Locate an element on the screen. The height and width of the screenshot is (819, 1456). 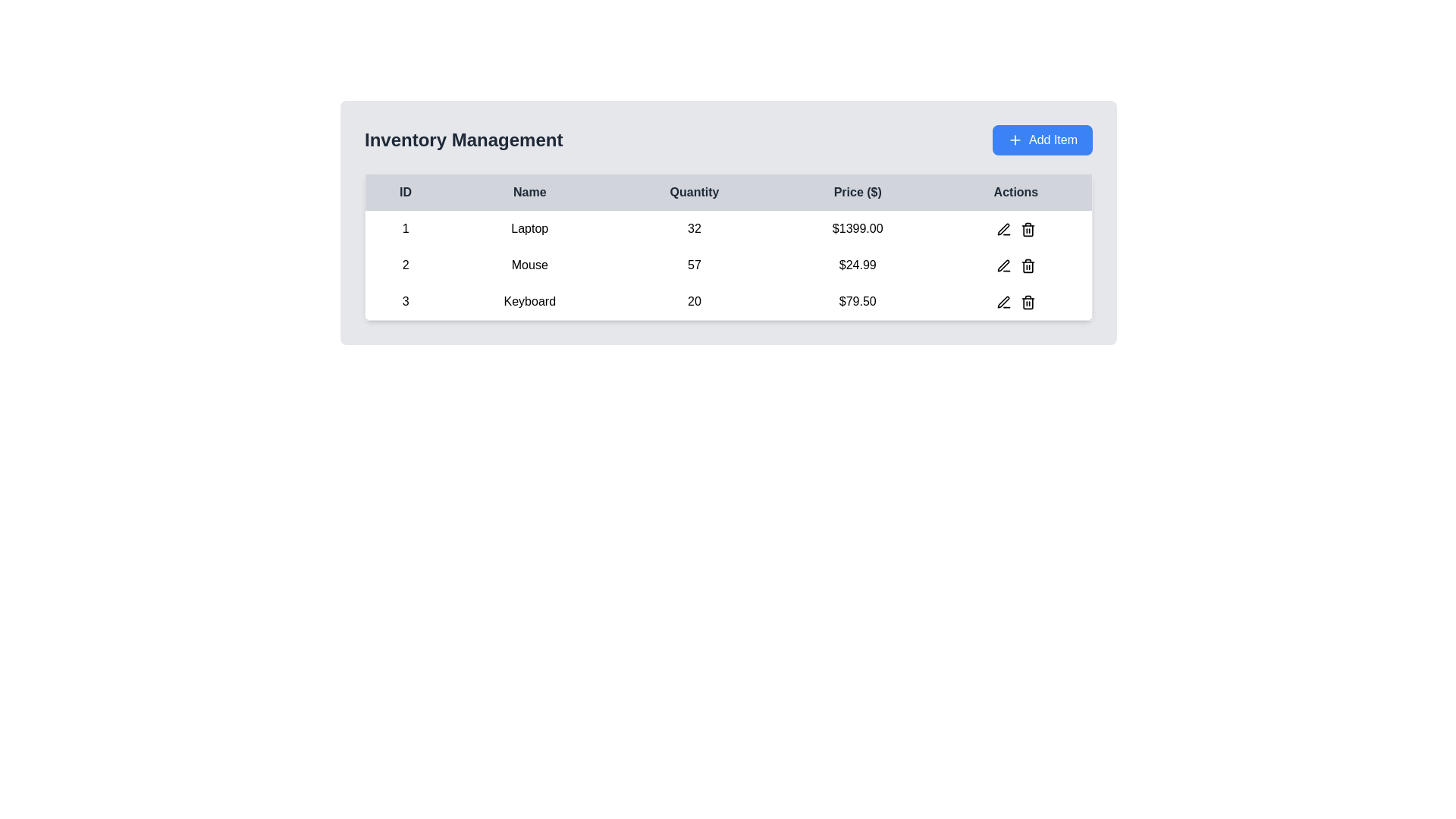
the small pen icon in the 'Actions' column of the second row is located at coordinates (1003, 265).